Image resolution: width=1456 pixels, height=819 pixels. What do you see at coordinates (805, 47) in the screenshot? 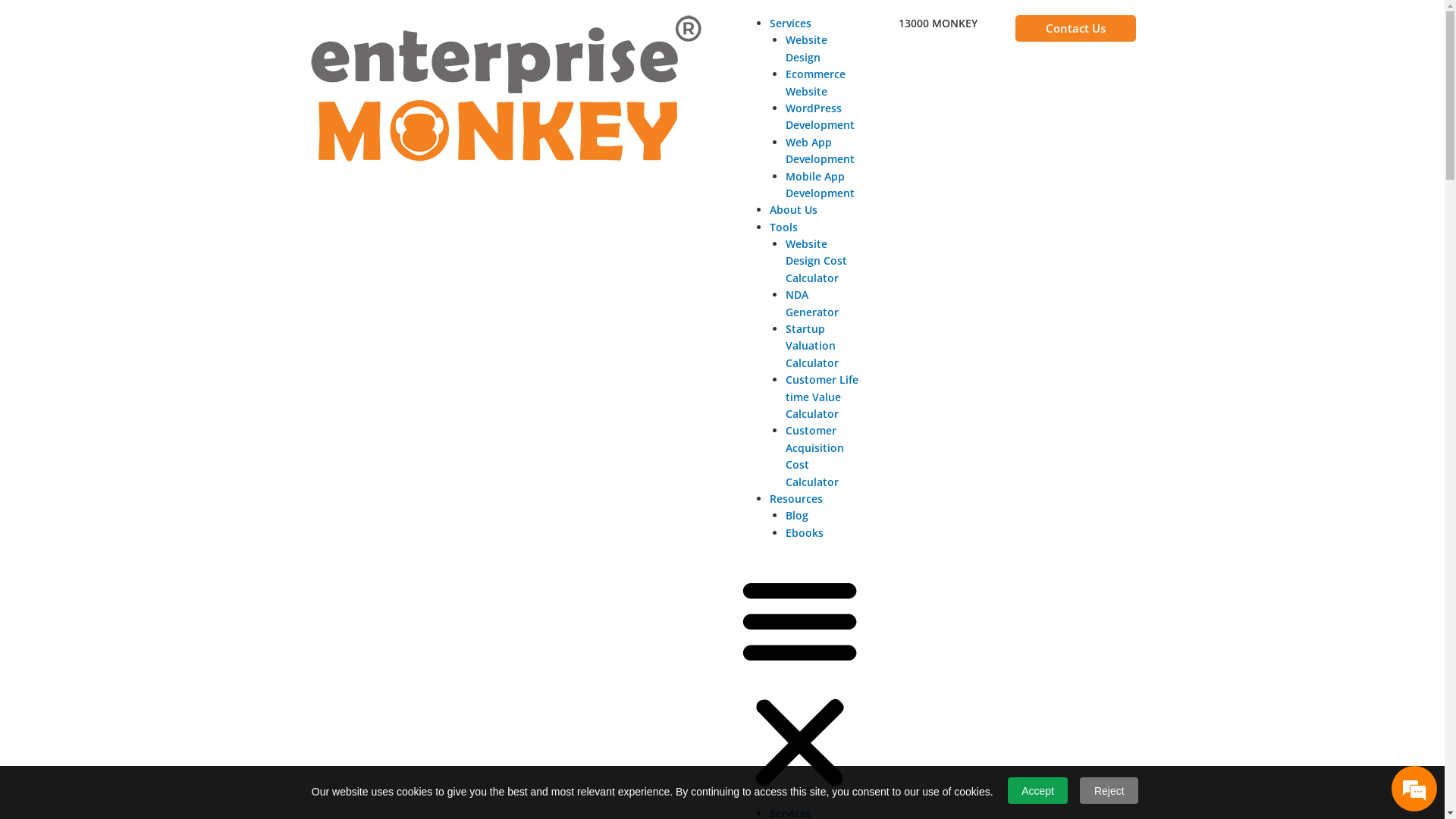
I see `'Website Design'` at bounding box center [805, 47].